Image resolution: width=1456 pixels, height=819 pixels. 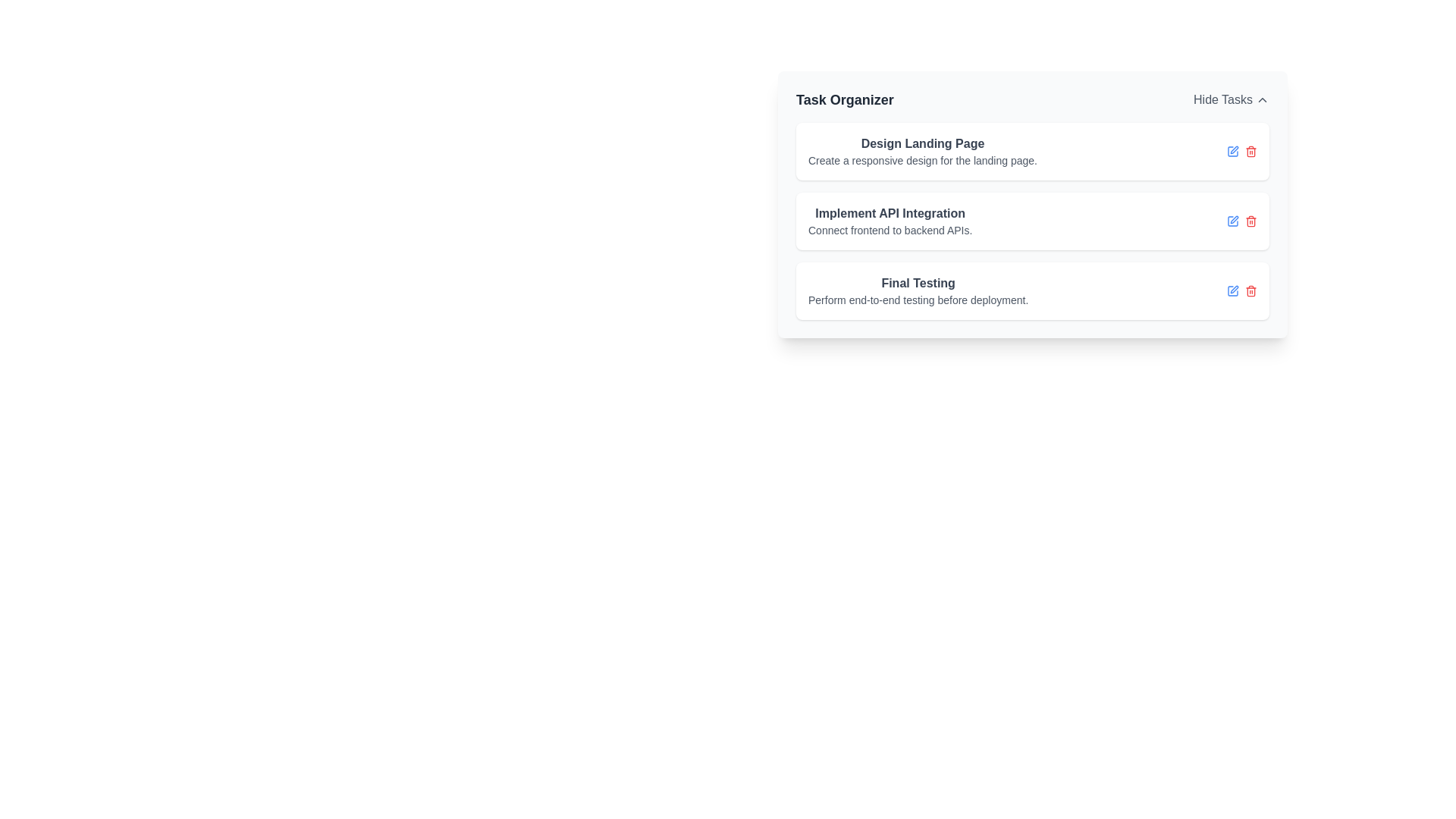 What do you see at coordinates (1234, 289) in the screenshot?
I see `the edit icon located at the end of the task entry for 'Final Testing'` at bounding box center [1234, 289].